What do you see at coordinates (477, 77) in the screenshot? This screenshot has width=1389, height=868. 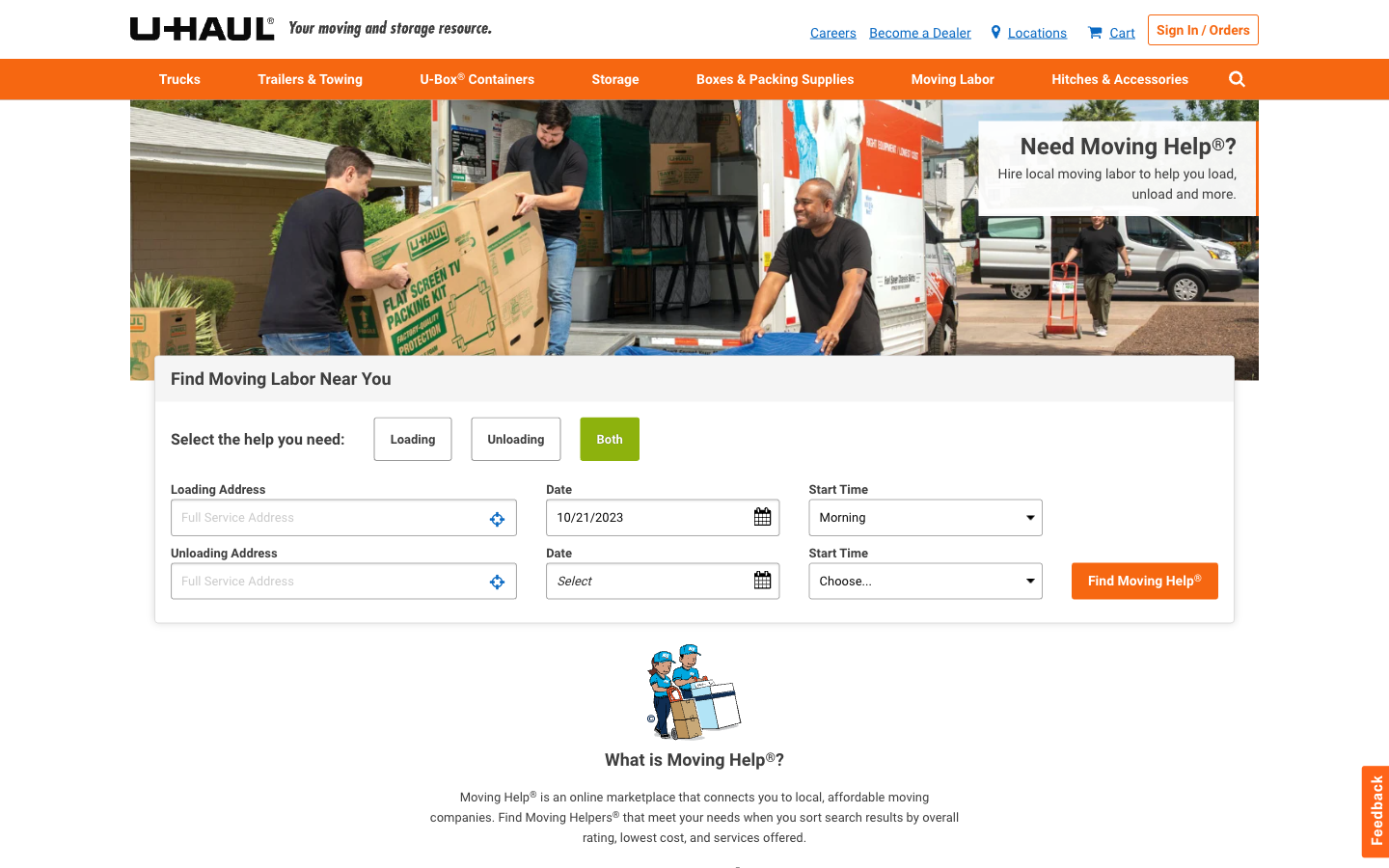 I see `Obtain containers for shift` at bounding box center [477, 77].